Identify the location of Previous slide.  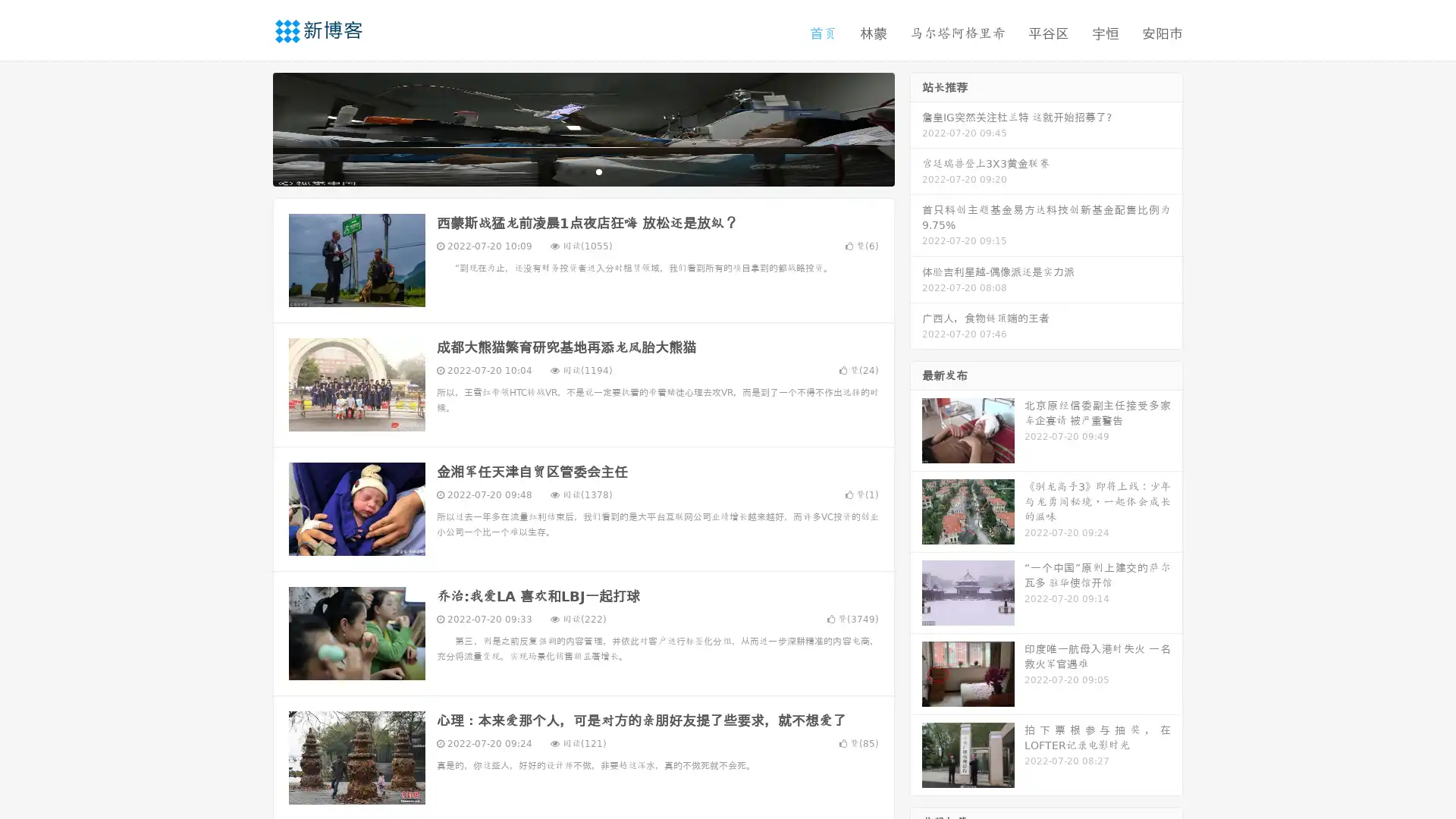
(250, 127).